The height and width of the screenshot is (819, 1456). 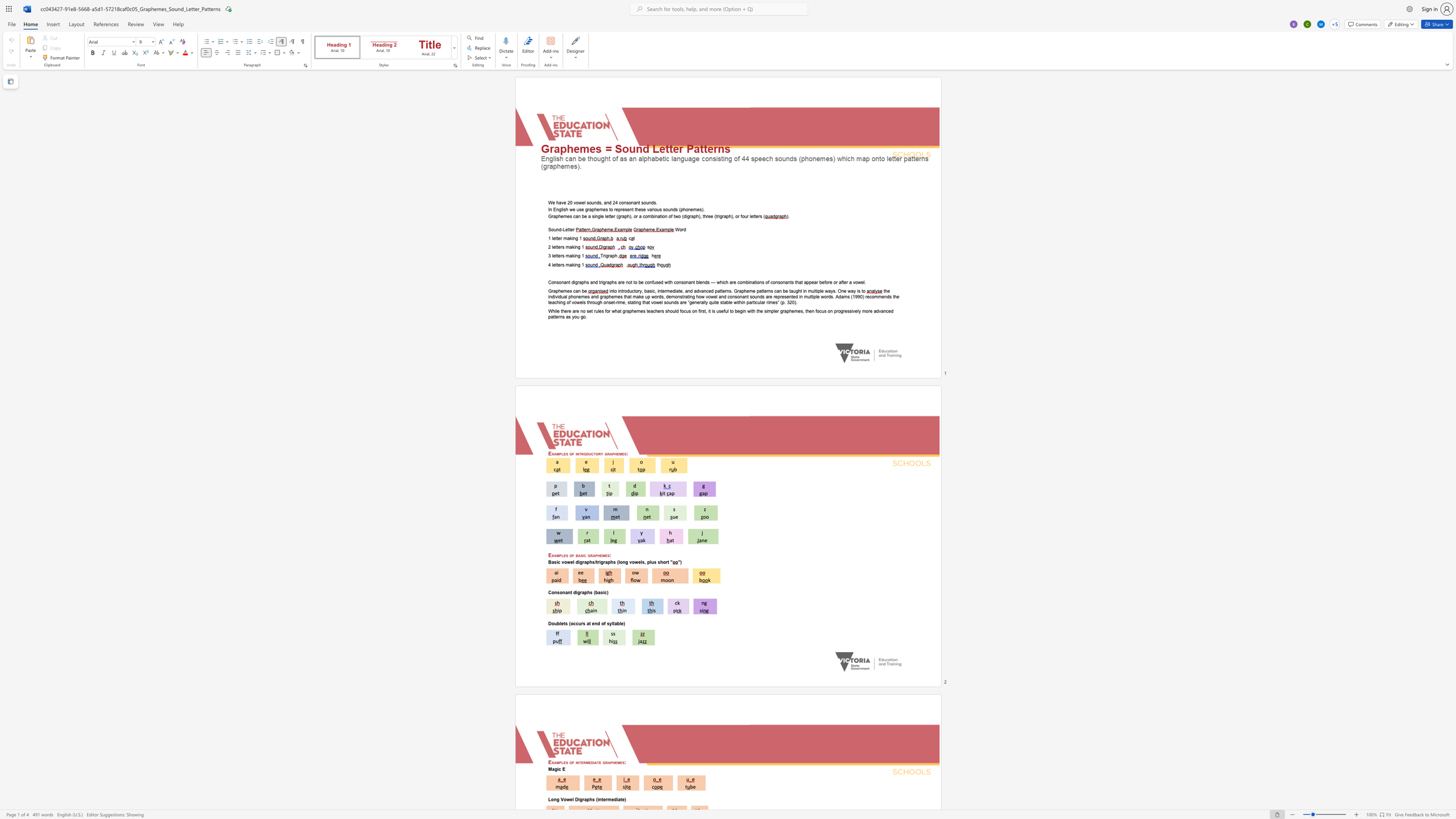 What do you see at coordinates (674, 209) in the screenshot?
I see `the 1th character "d" in the text` at bounding box center [674, 209].